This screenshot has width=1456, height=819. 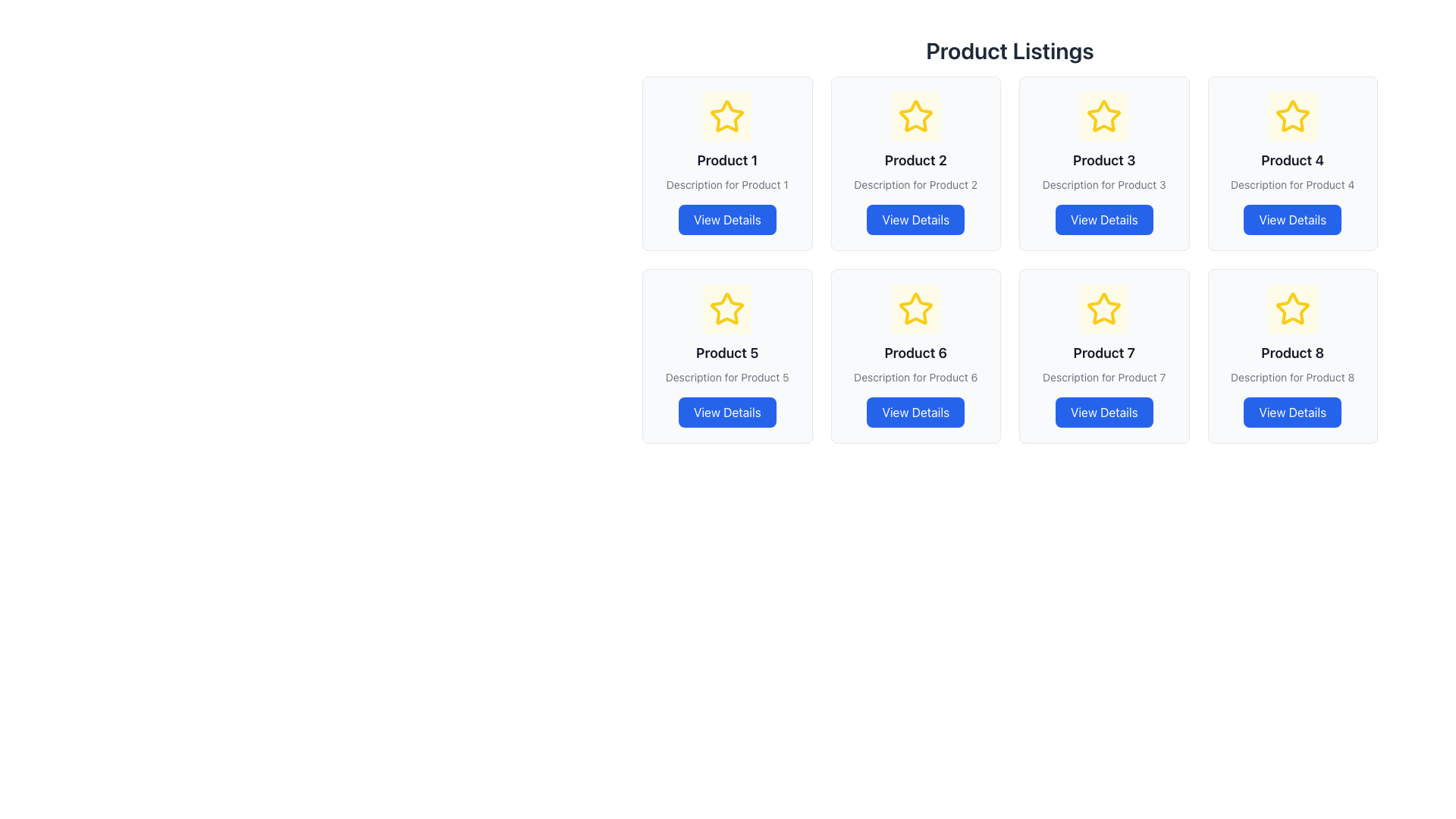 I want to click on description text of 'Product 8', which is the second text element located in the bottom-right corner of the last card in the grid layout, so click(x=1291, y=376).